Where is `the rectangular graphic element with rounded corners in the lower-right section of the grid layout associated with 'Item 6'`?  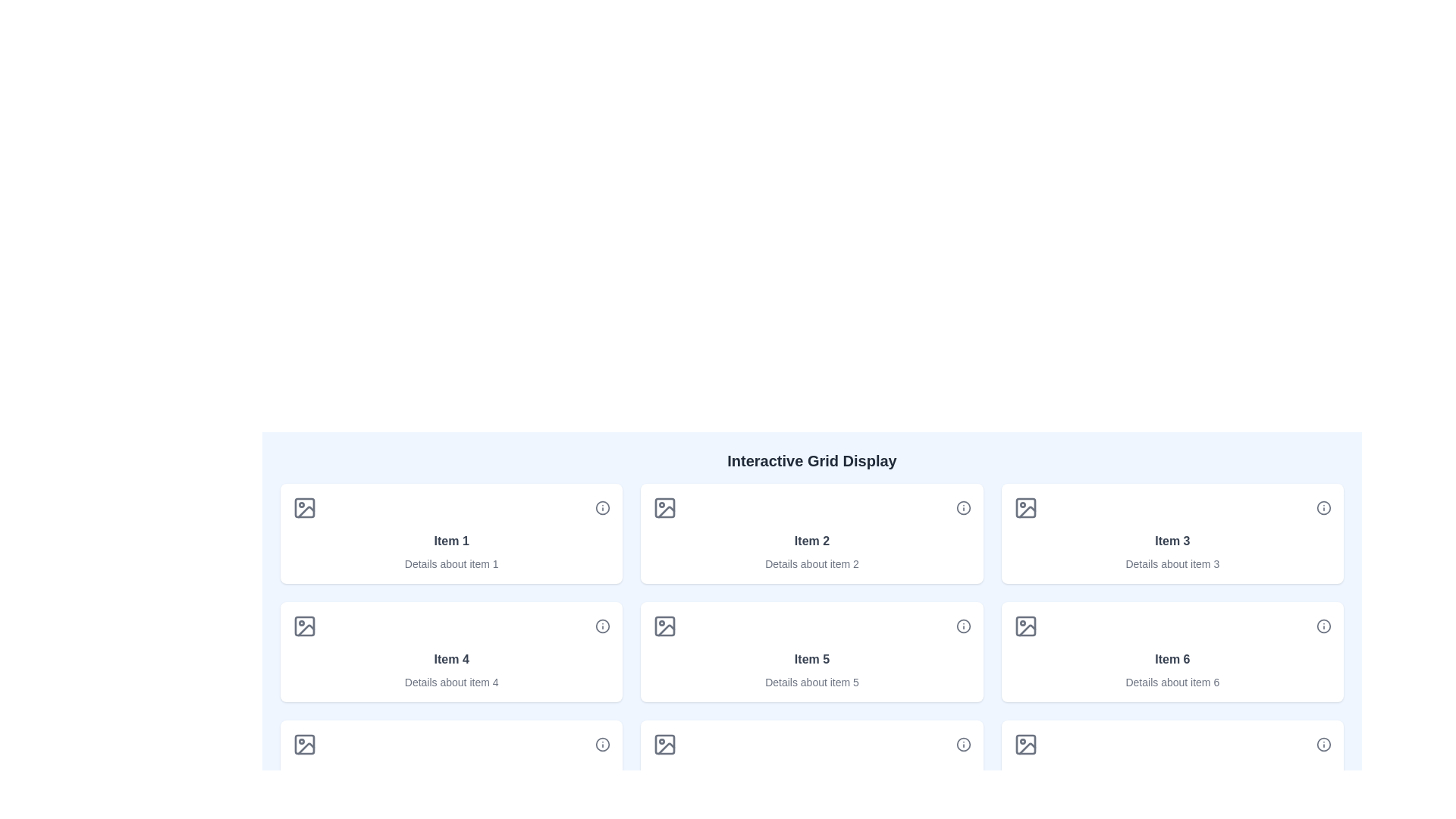
the rectangular graphic element with rounded corners in the lower-right section of the grid layout associated with 'Item 6' is located at coordinates (1025, 626).